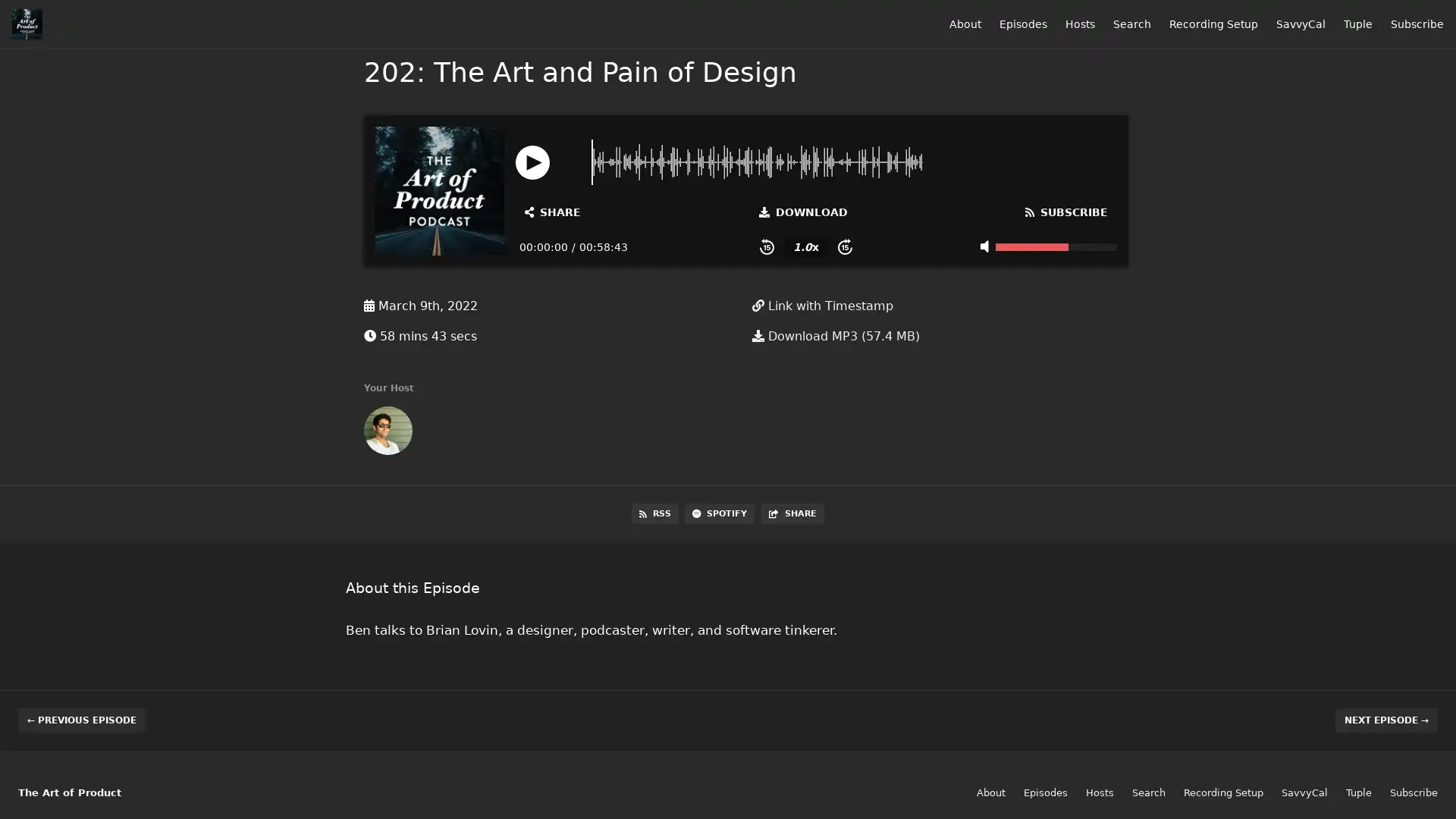 This screenshot has width=1456, height=819. I want to click on Skip Back 15 Seconds, so click(767, 245).